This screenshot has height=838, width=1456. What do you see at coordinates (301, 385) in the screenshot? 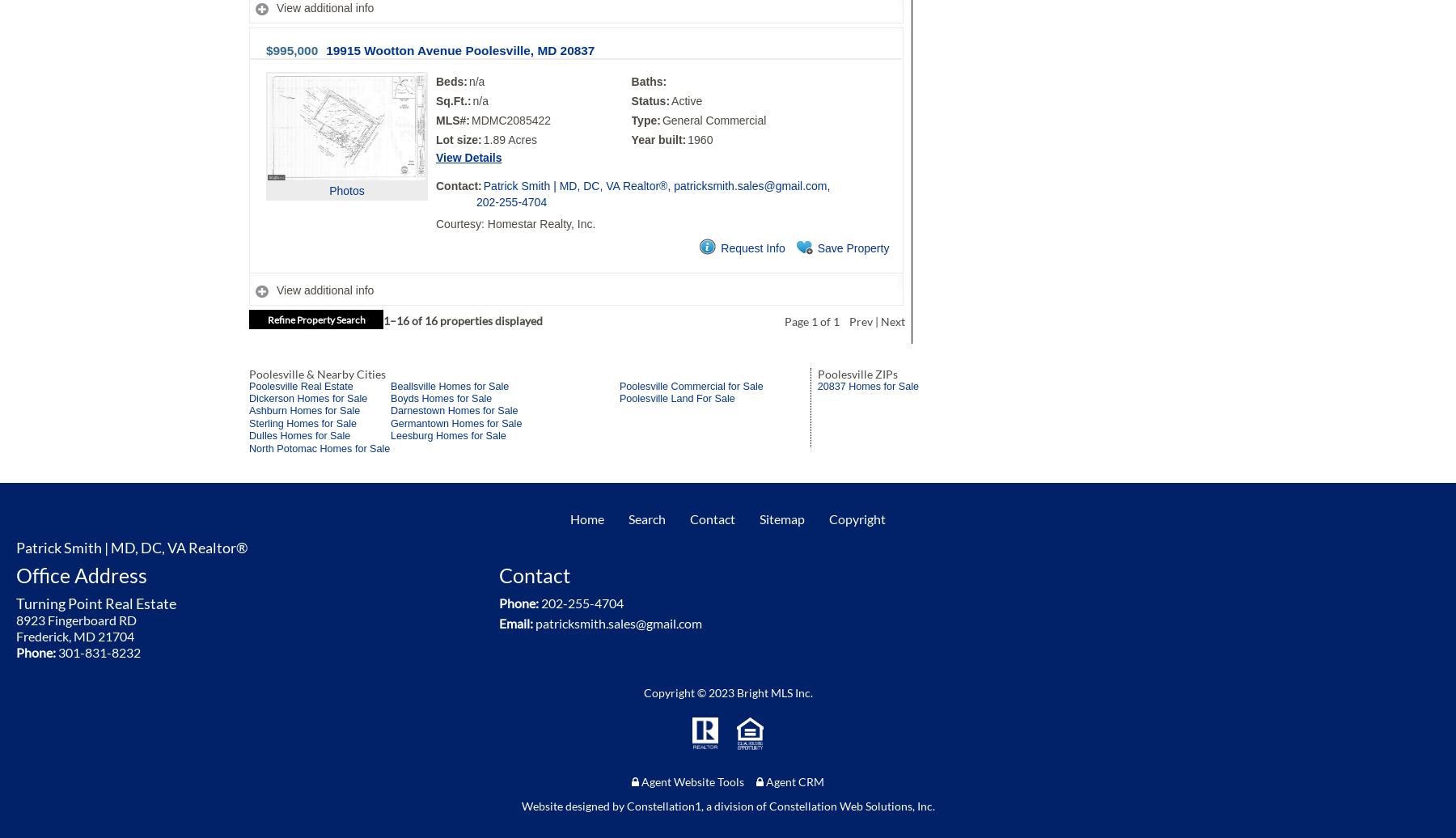
I see `'Poolesville Real Estate'` at bounding box center [301, 385].